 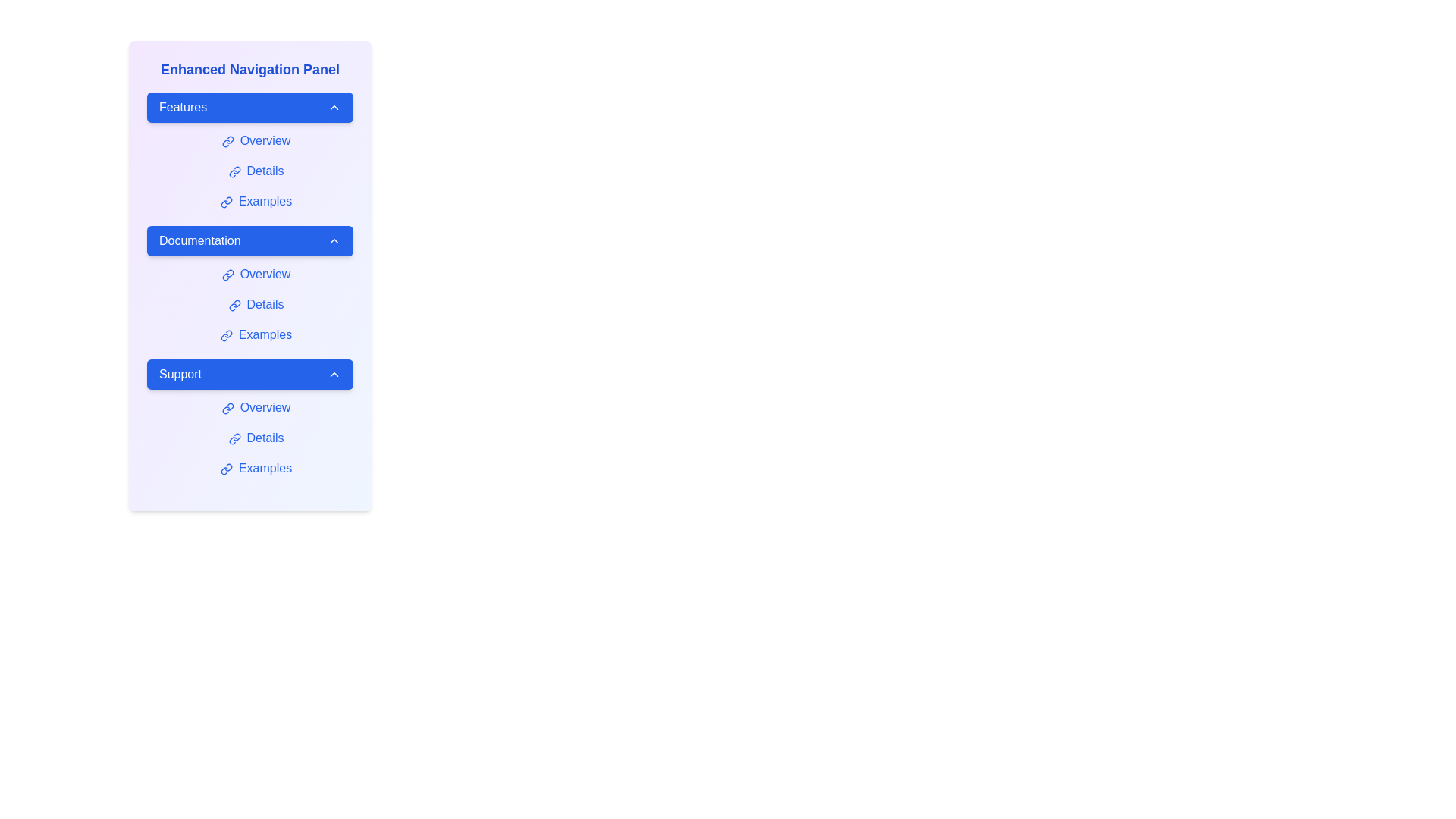 What do you see at coordinates (225, 468) in the screenshot?
I see `the blue chain link SVG icon located inline before the 'Examples' text in the Support section of the menu` at bounding box center [225, 468].